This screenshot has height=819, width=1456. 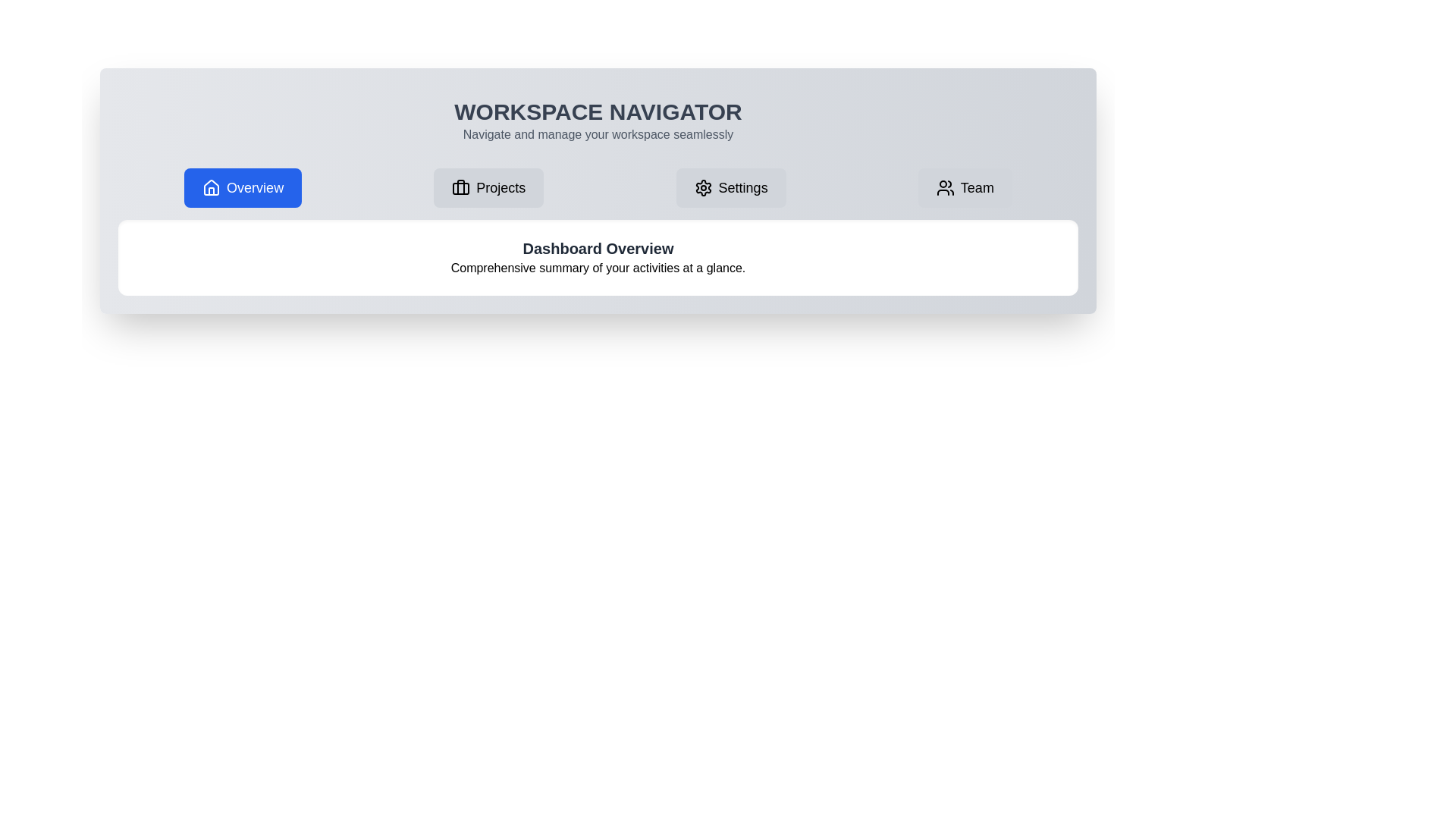 I want to click on the 'Team' text label located in the rightmost button of the top menu bar, so click(x=977, y=187).